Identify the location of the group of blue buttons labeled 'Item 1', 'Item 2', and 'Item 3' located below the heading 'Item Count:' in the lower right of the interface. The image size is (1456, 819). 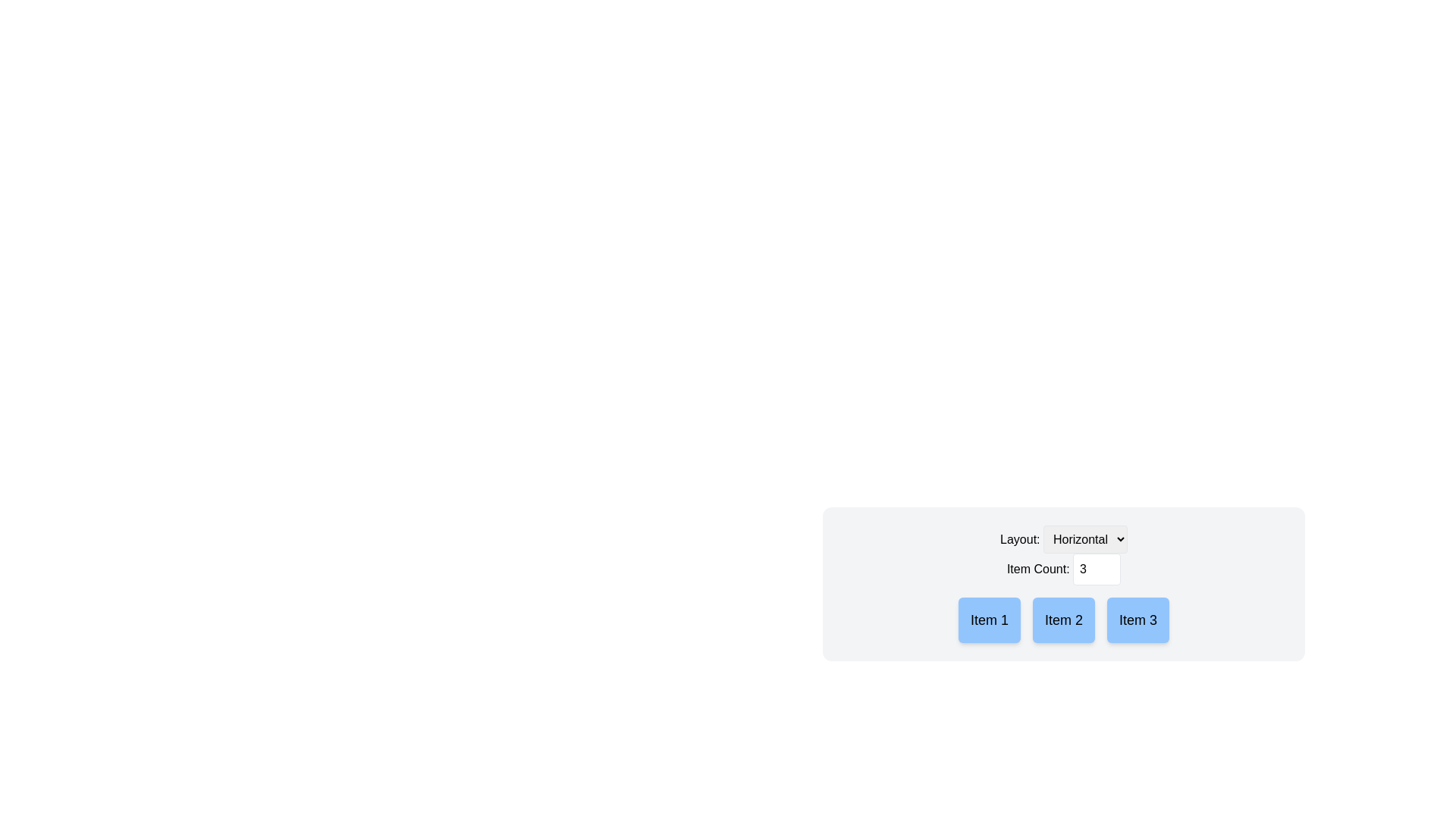
(1062, 620).